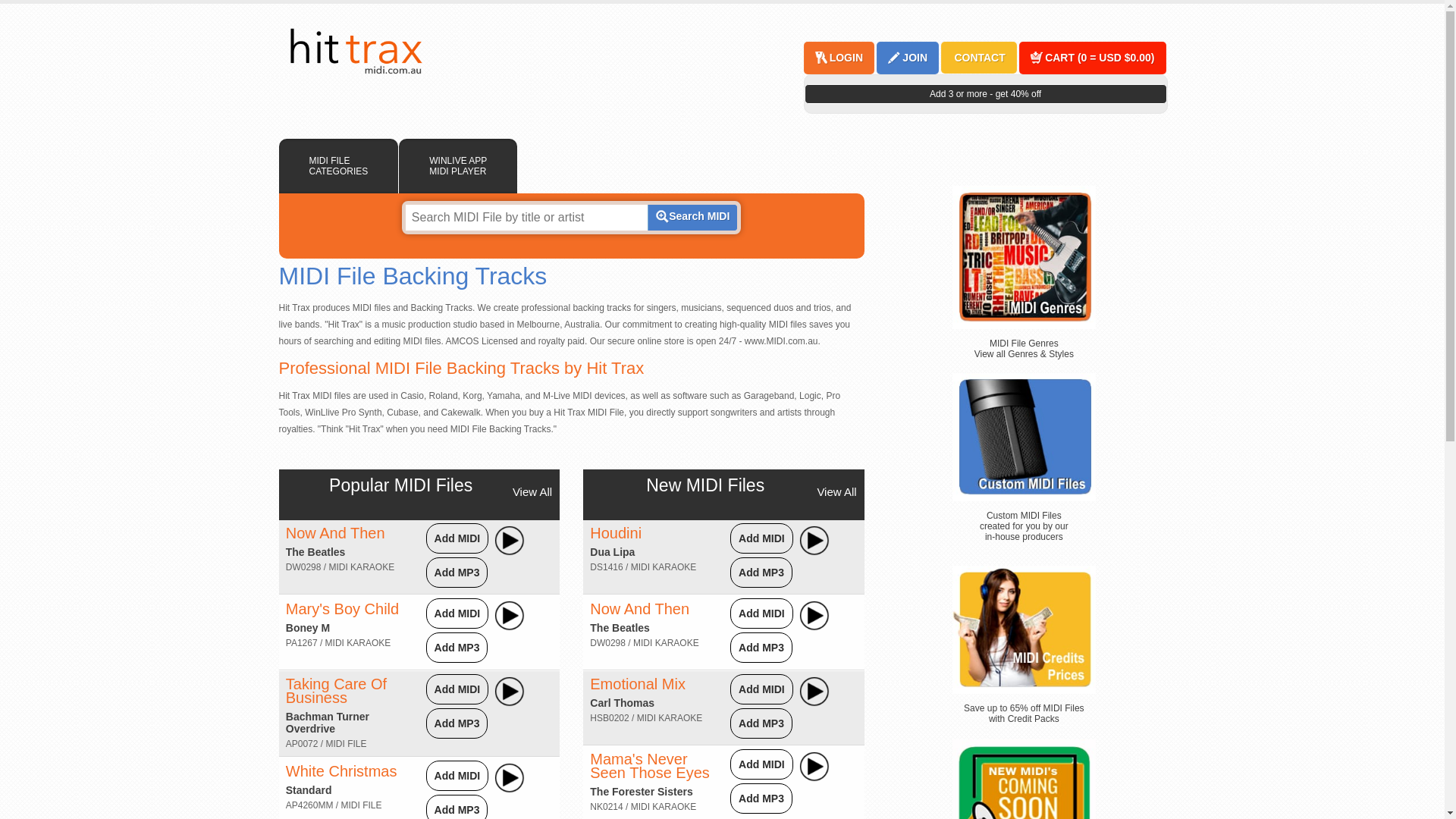  What do you see at coordinates (457, 775) in the screenshot?
I see `'Add MIDI'` at bounding box center [457, 775].